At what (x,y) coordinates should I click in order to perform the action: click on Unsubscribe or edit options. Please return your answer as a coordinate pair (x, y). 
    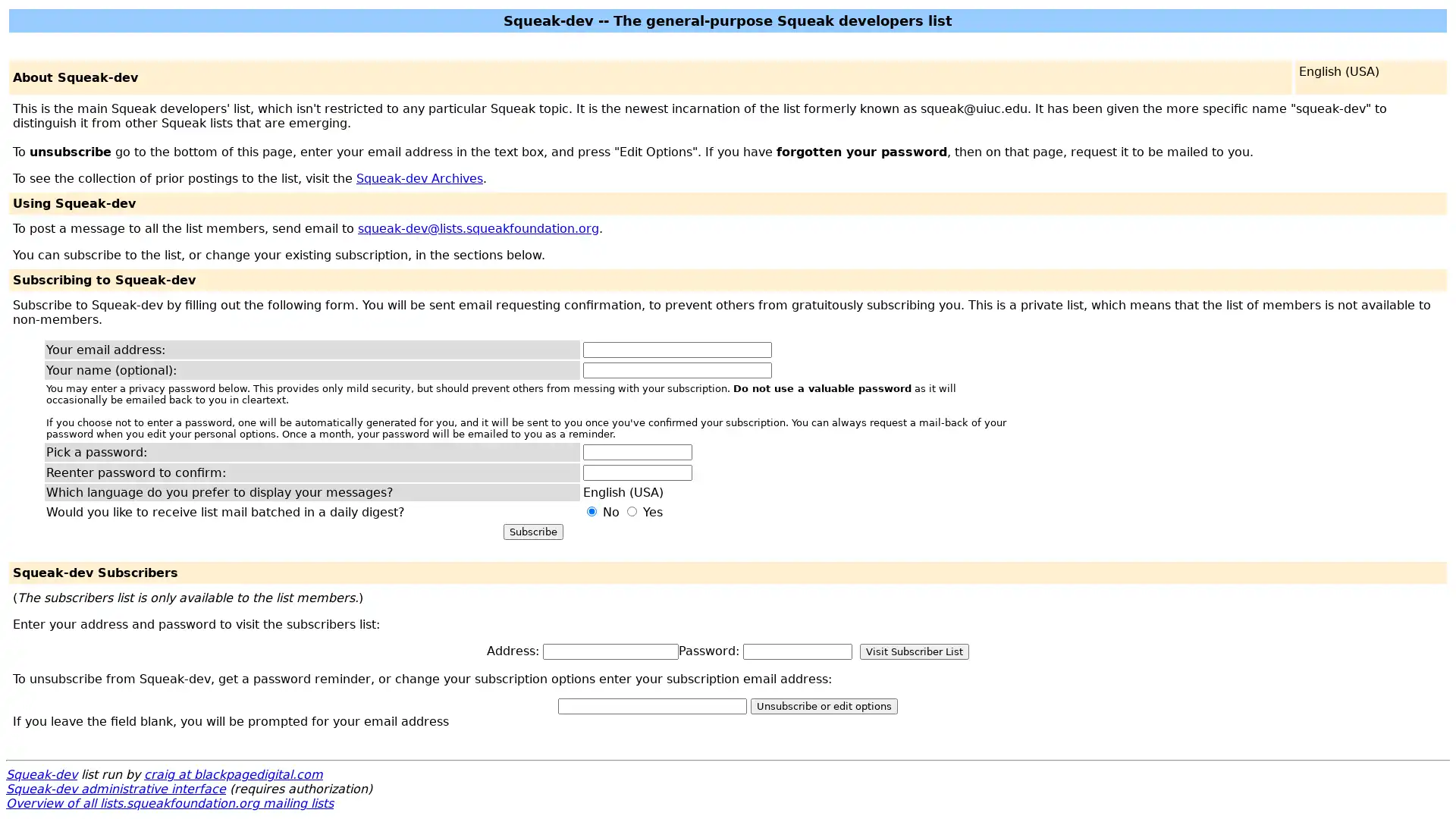
    Looking at the image, I should click on (823, 706).